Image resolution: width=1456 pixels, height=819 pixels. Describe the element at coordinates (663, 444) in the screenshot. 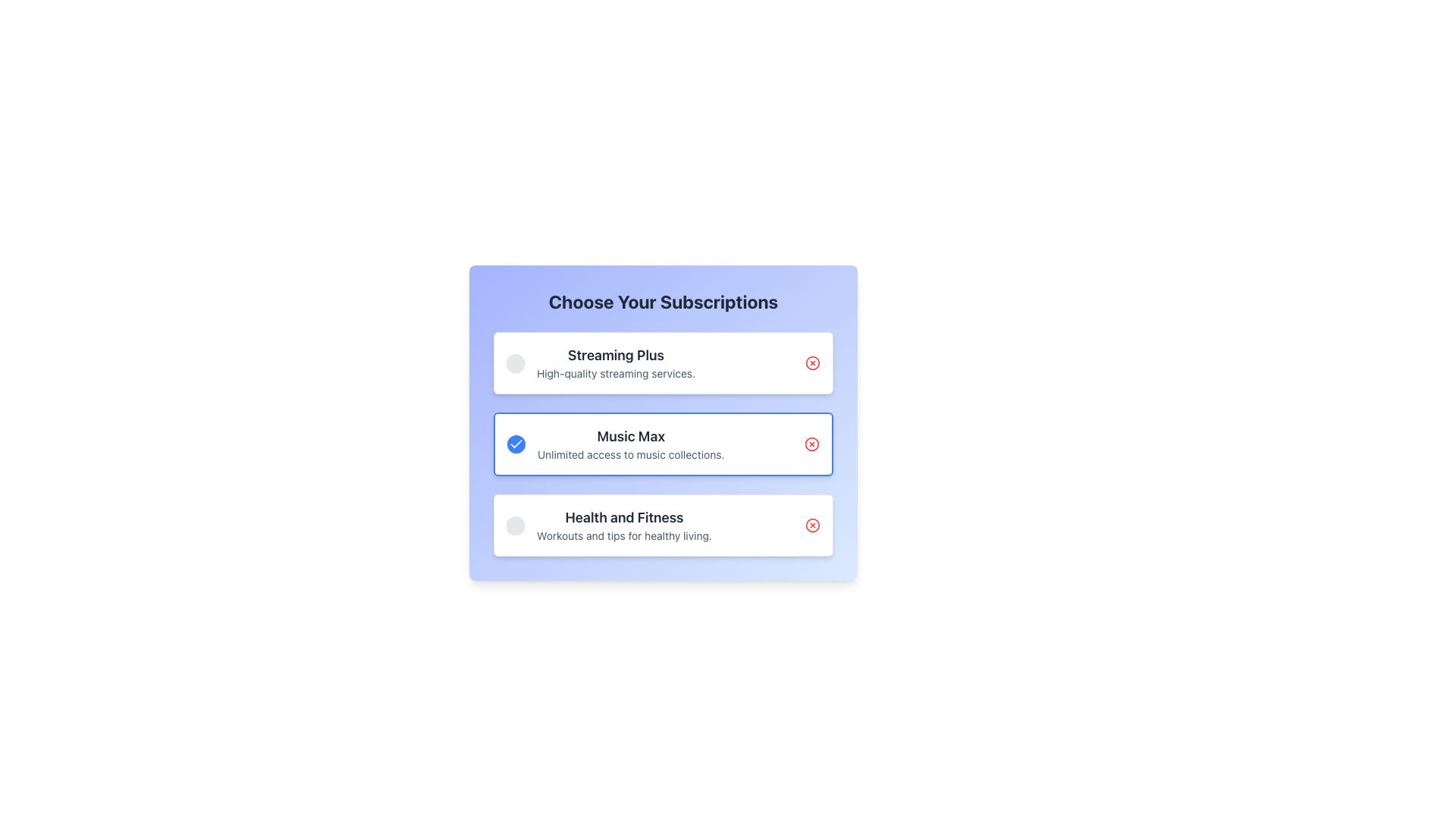

I see `text content of the selectable option labeled 'Music Max', which is the second option in a vertical stack of options` at that location.